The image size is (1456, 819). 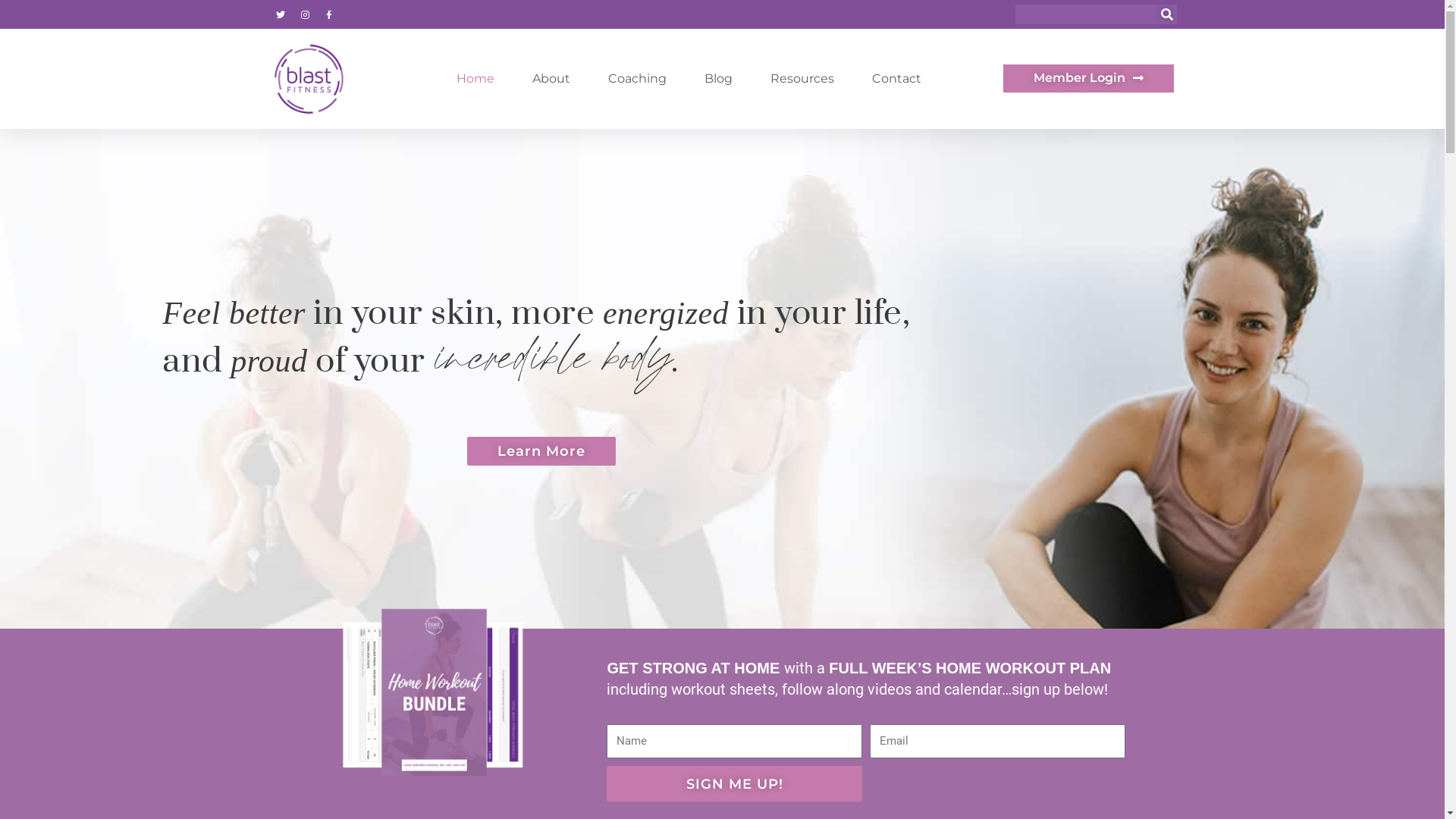 I want to click on 'Search', so click(x=1166, y=14).